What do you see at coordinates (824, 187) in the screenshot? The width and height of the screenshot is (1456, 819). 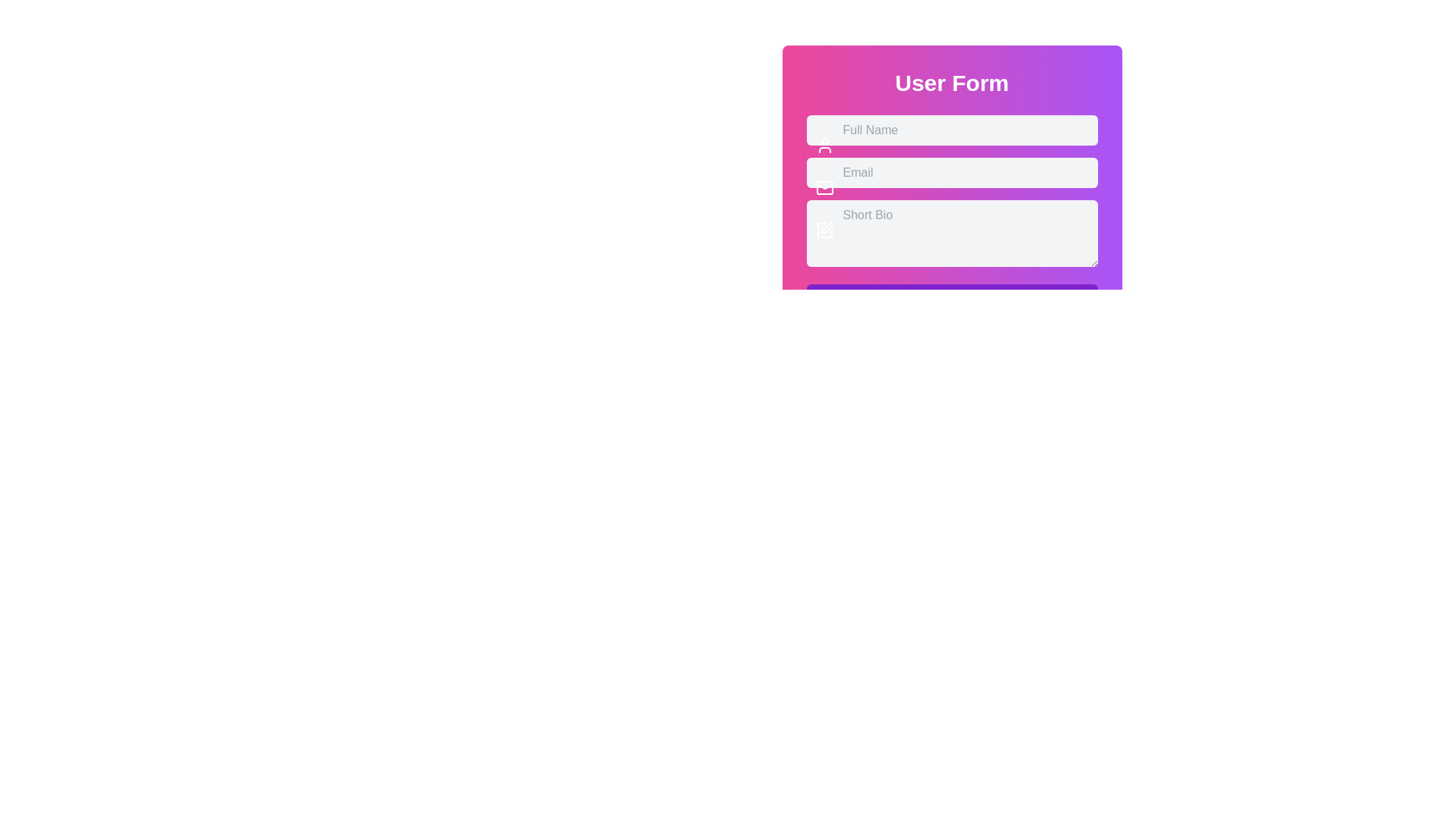 I see `the email icon, which is located to the left of the 'Email' input field and above its center height, to provide a visual cue about the purpose of the field` at bounding box center [824, 187].